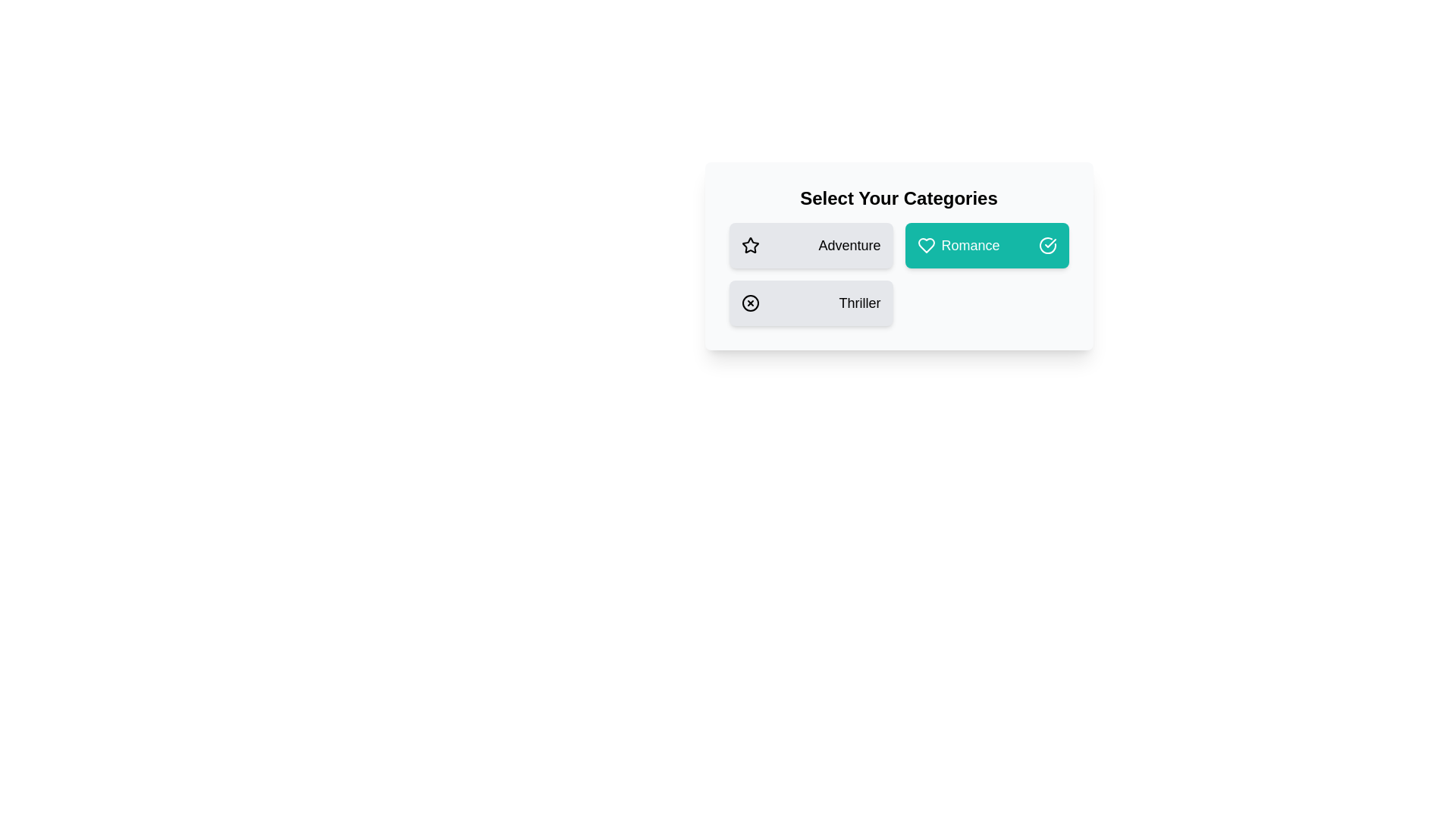 The image size is (1456, 819). I want to click on the icon for the category Adventure, so click(750, 245).